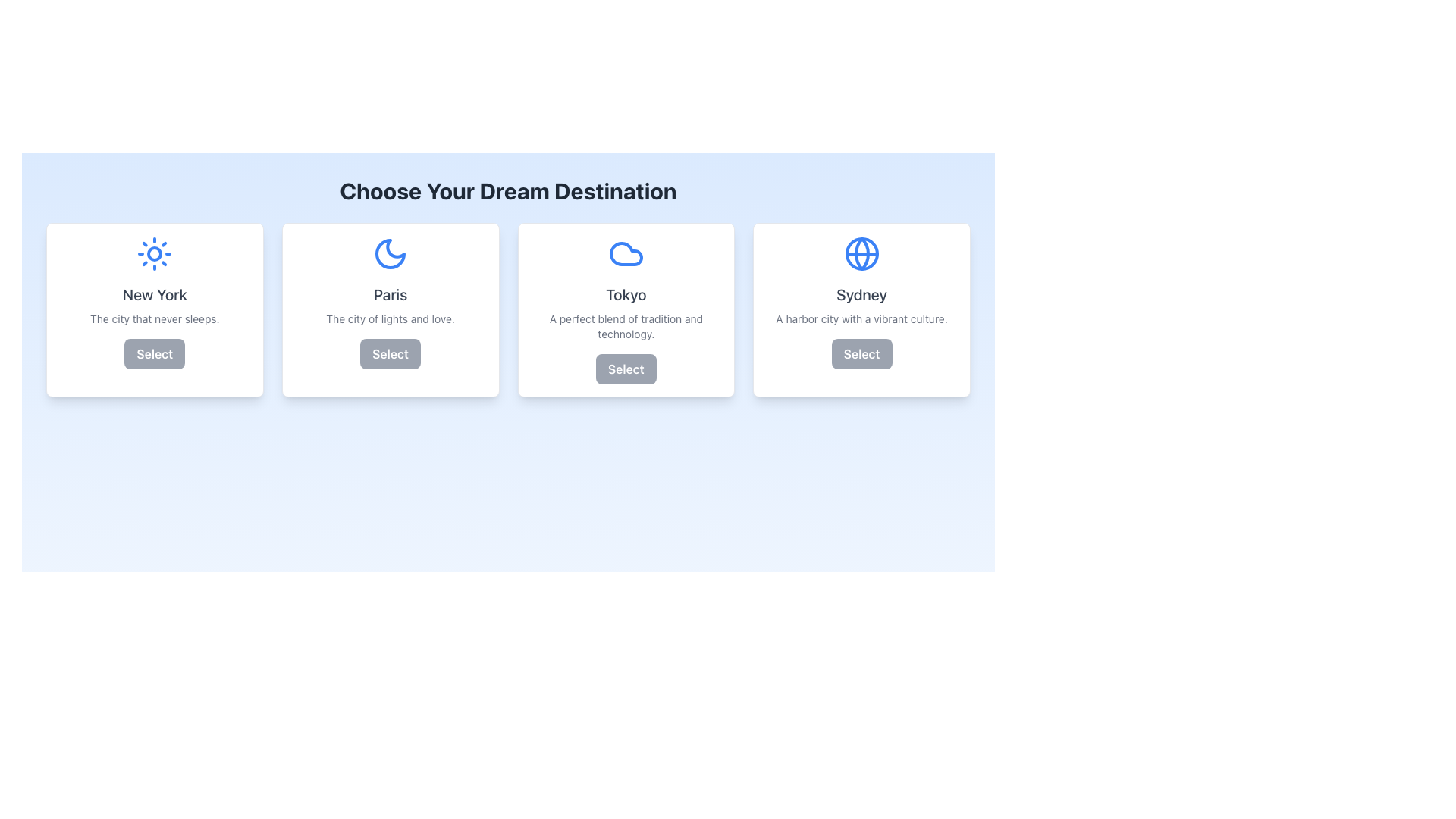 Image resolution: width=1456 pixels, height=819 pixels. I want to click on the descriptive text label beneath the heading 'Sydney' in the fourth card, which highlights the location's characteristics and is positioned above the 'Select' button, so click(861, 318).